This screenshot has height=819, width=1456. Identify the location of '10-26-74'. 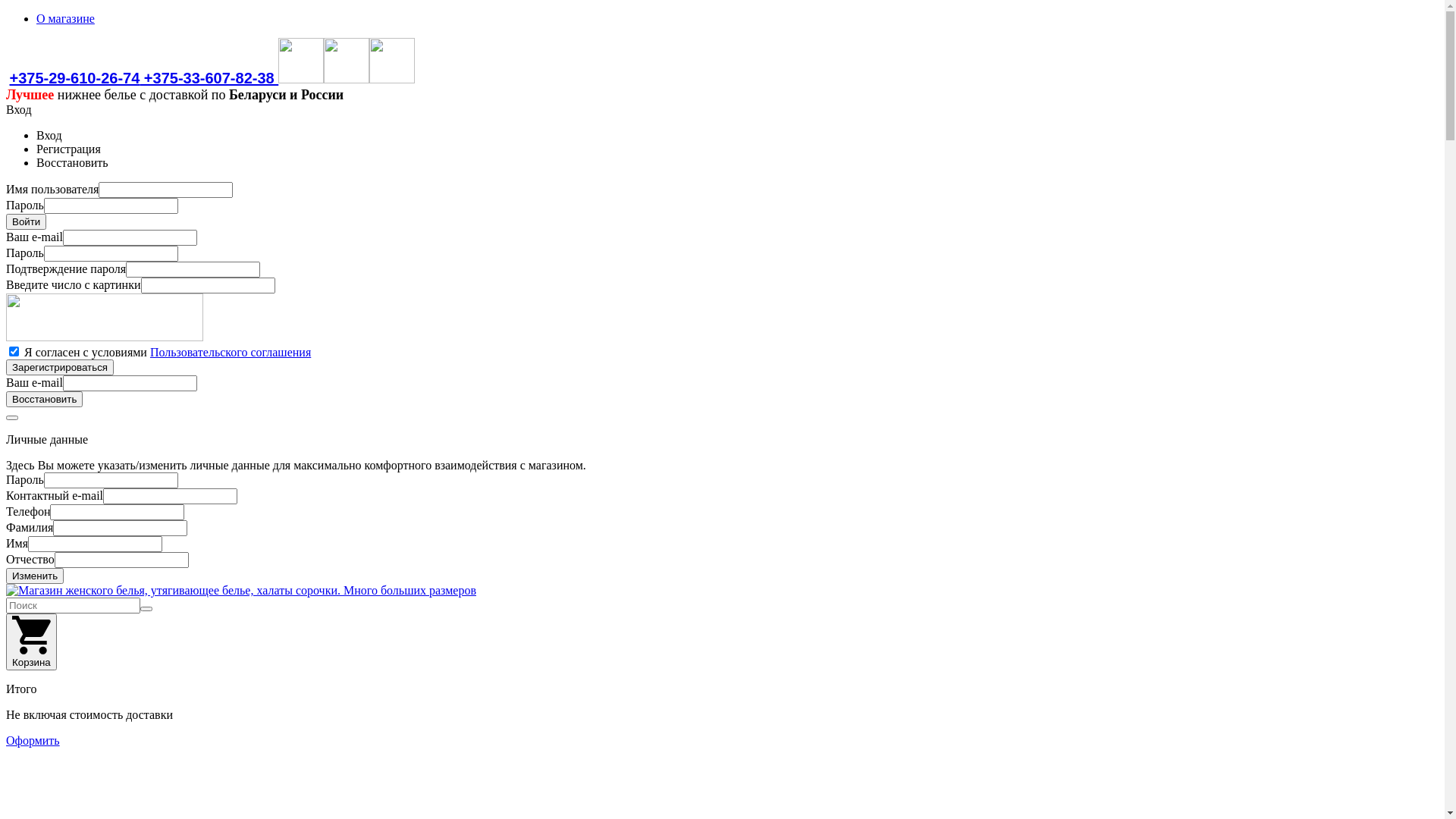
(108, 78).